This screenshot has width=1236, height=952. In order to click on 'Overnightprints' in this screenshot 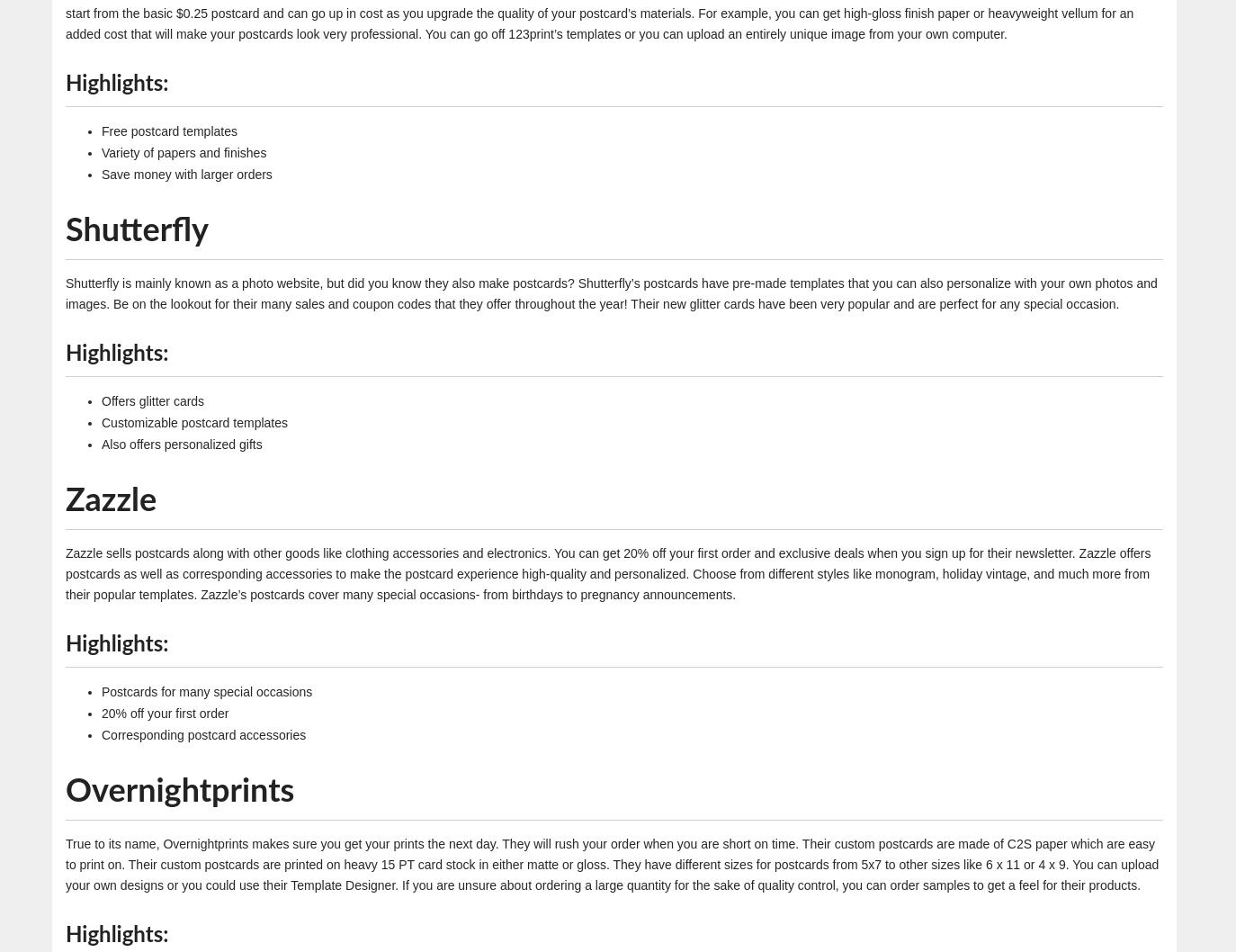, I will do `click(179, 789)`.